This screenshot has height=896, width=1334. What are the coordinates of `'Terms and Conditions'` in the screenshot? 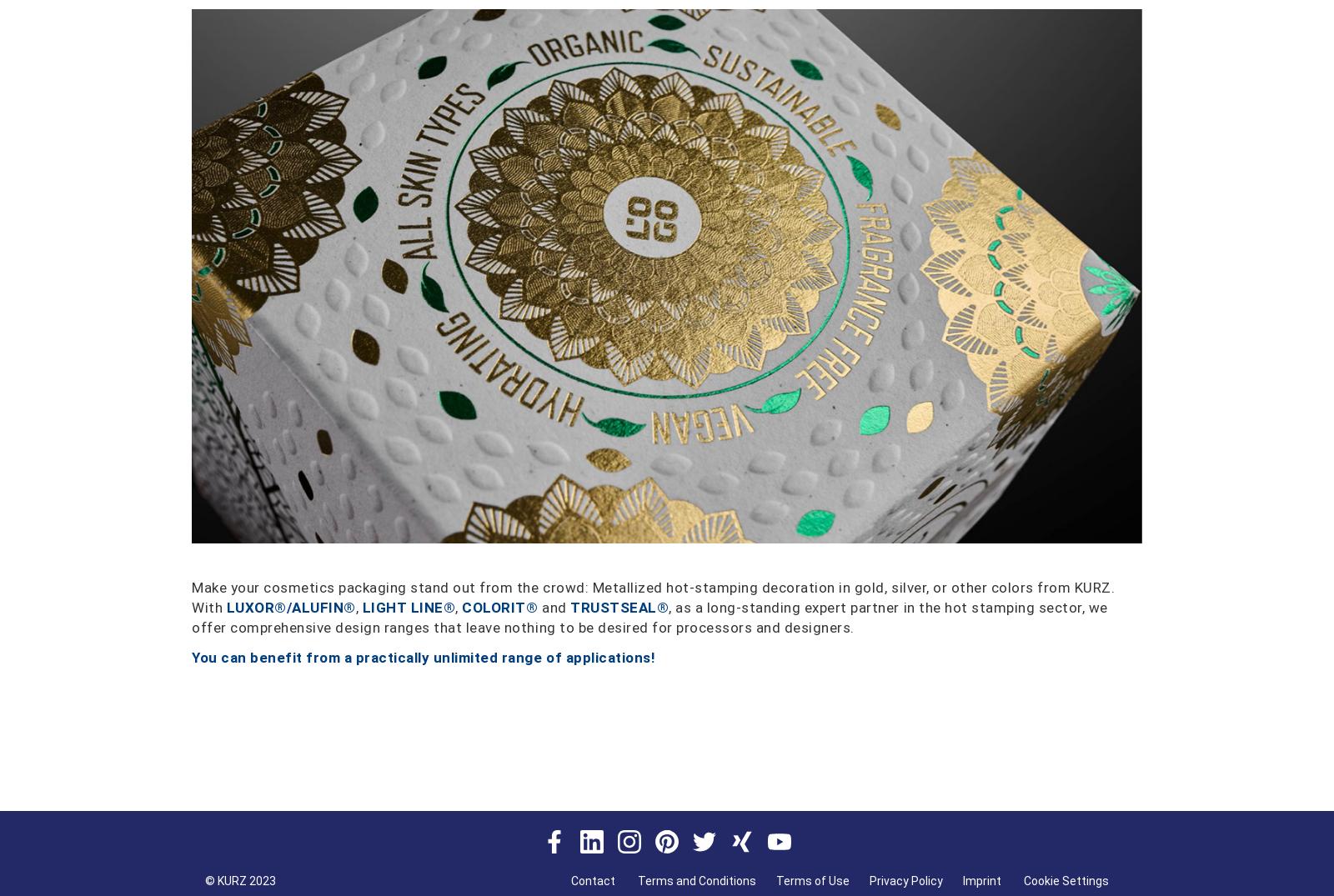 It's located at (696, 881).